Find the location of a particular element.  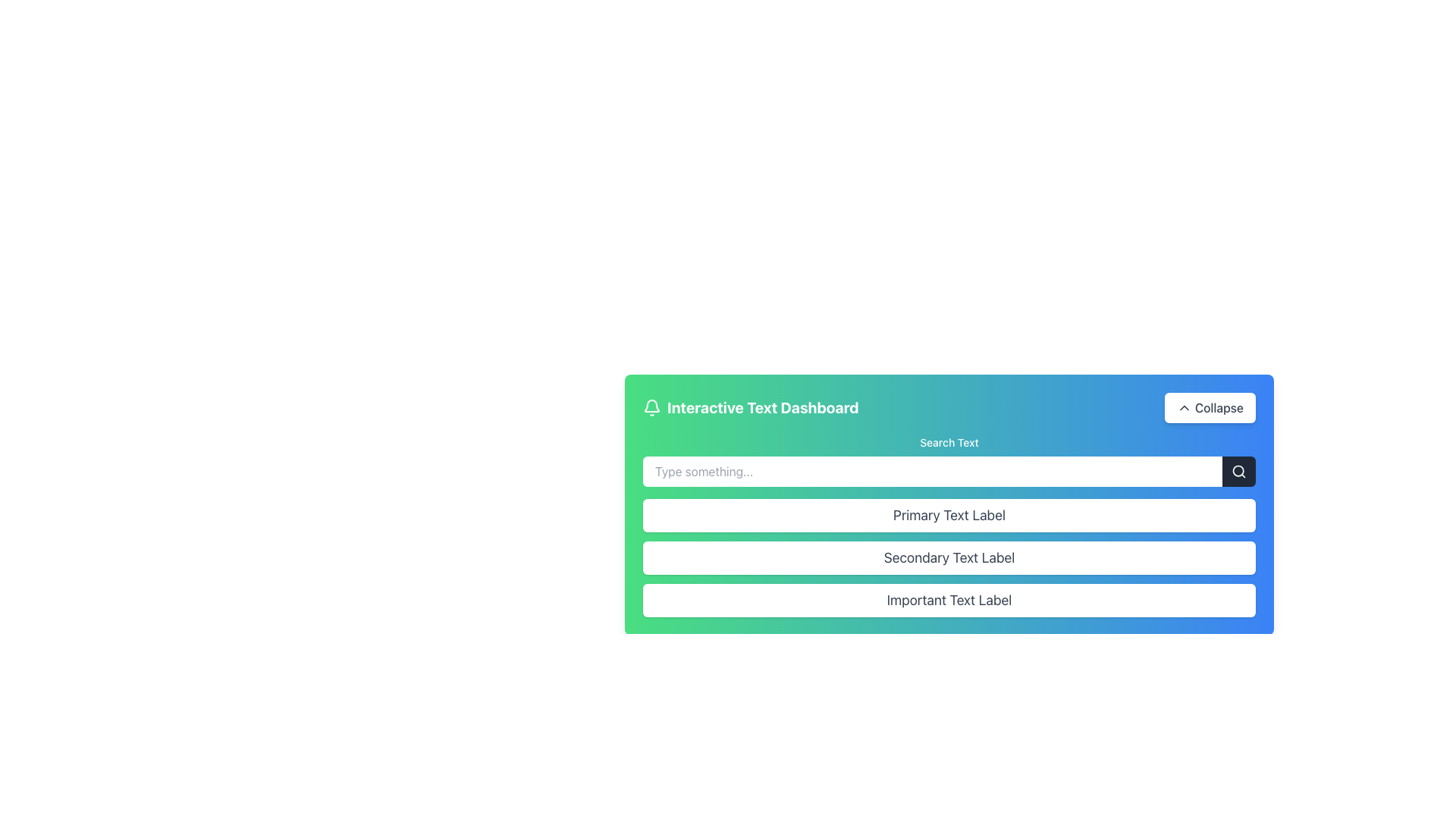

the chevron-up icon within the 'Collapse' button is located at coordinates (1183, 406).